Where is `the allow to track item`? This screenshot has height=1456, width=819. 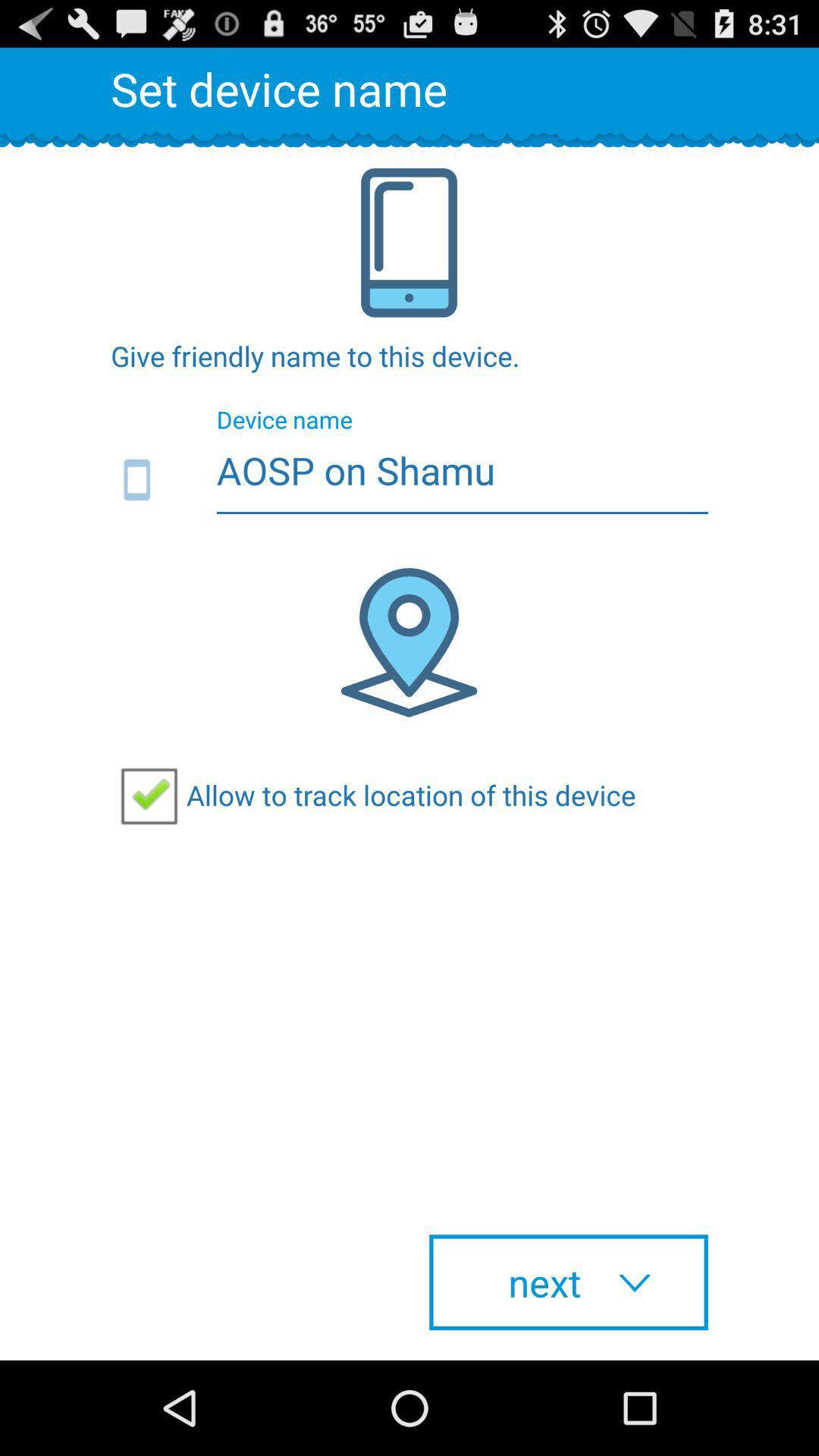
the allow to track item is located at coordinates (373, 794).